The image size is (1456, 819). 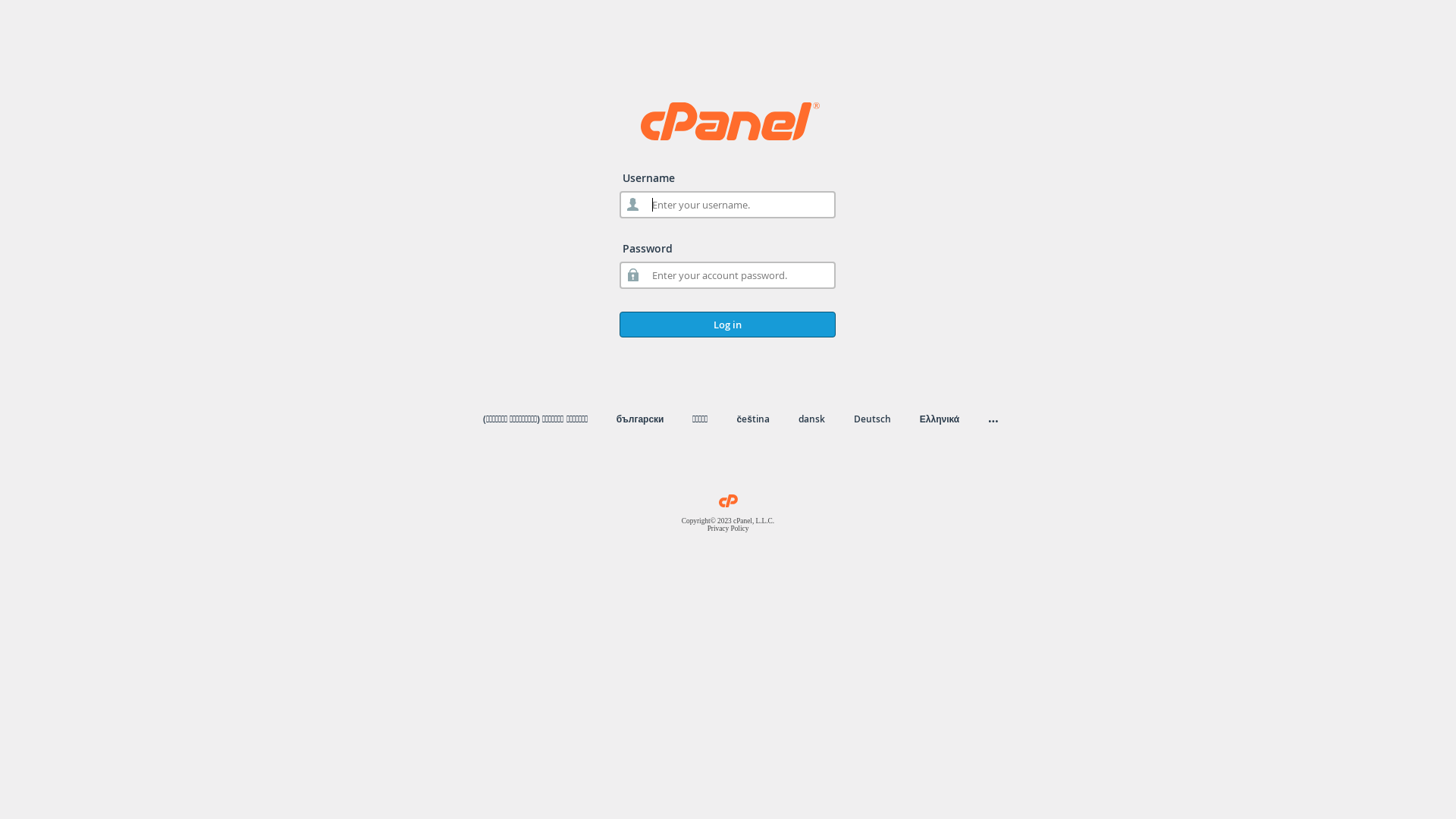 I want to click on 'Privacy Policy', so click(x=728, y=528).